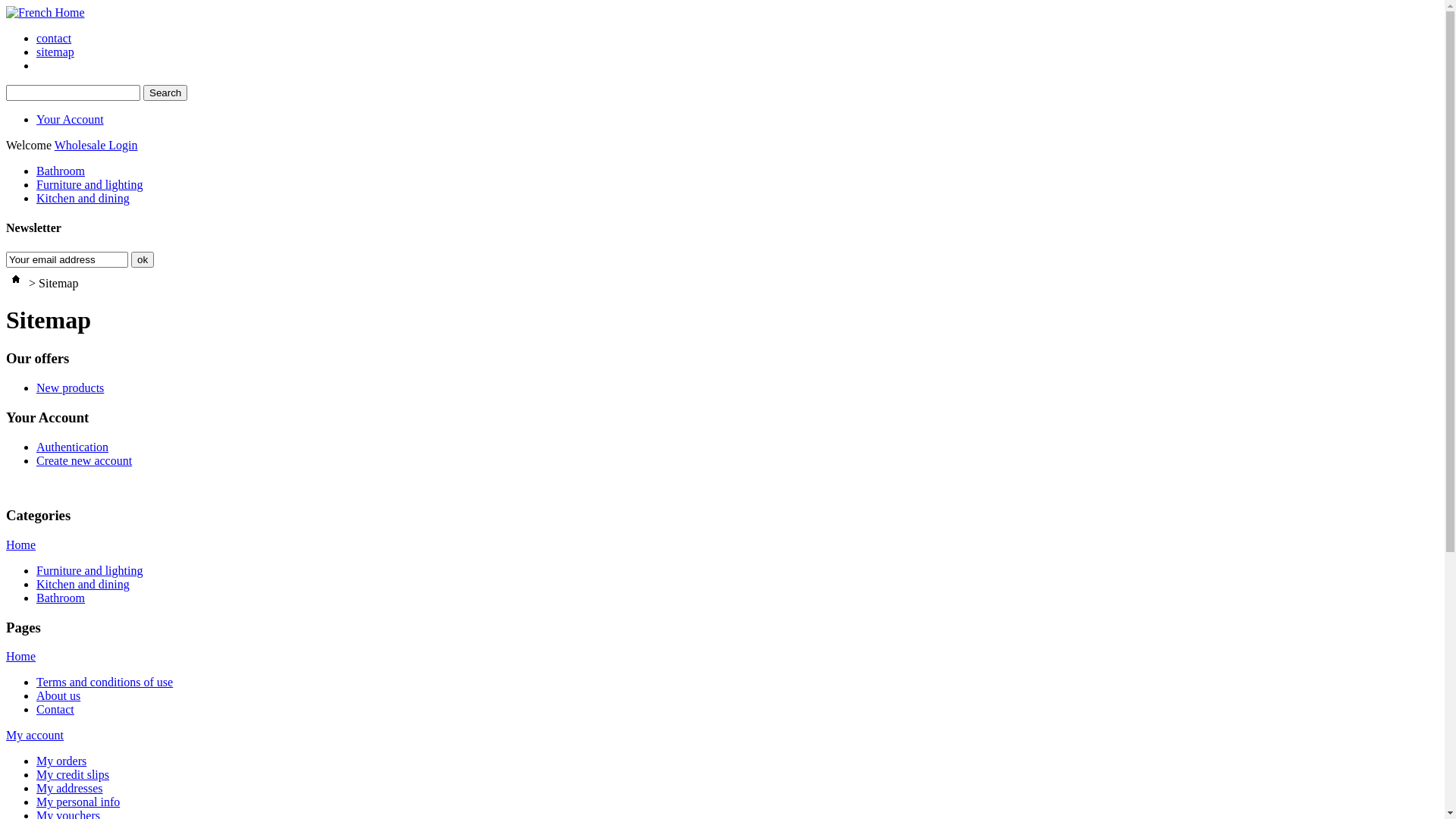 The width and height of the screenshot is (1456, 819). What do you see at coordinates (165, 93) in the screenshot?
I see `'Search'` at bounding box center [165, 93].